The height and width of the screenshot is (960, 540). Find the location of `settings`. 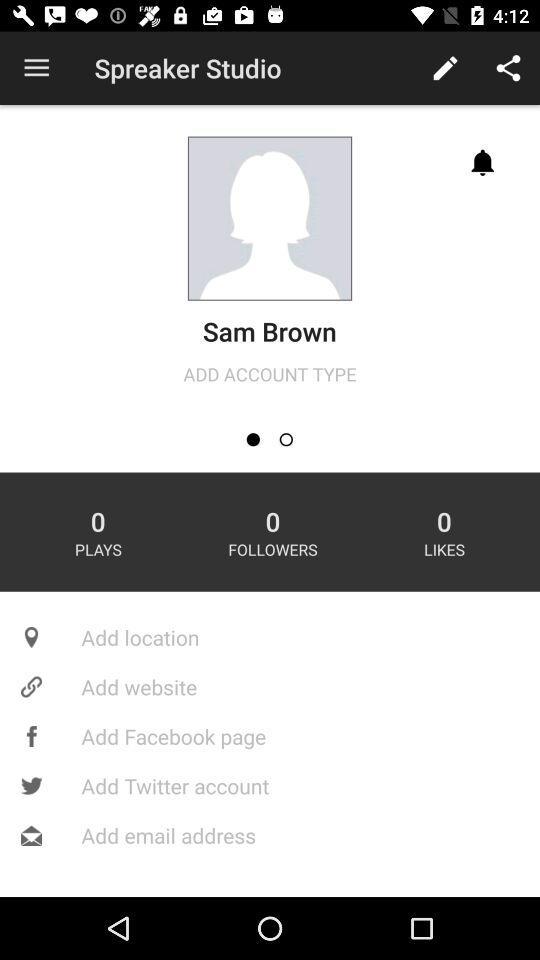

settings is located at coordinates (285, 439).